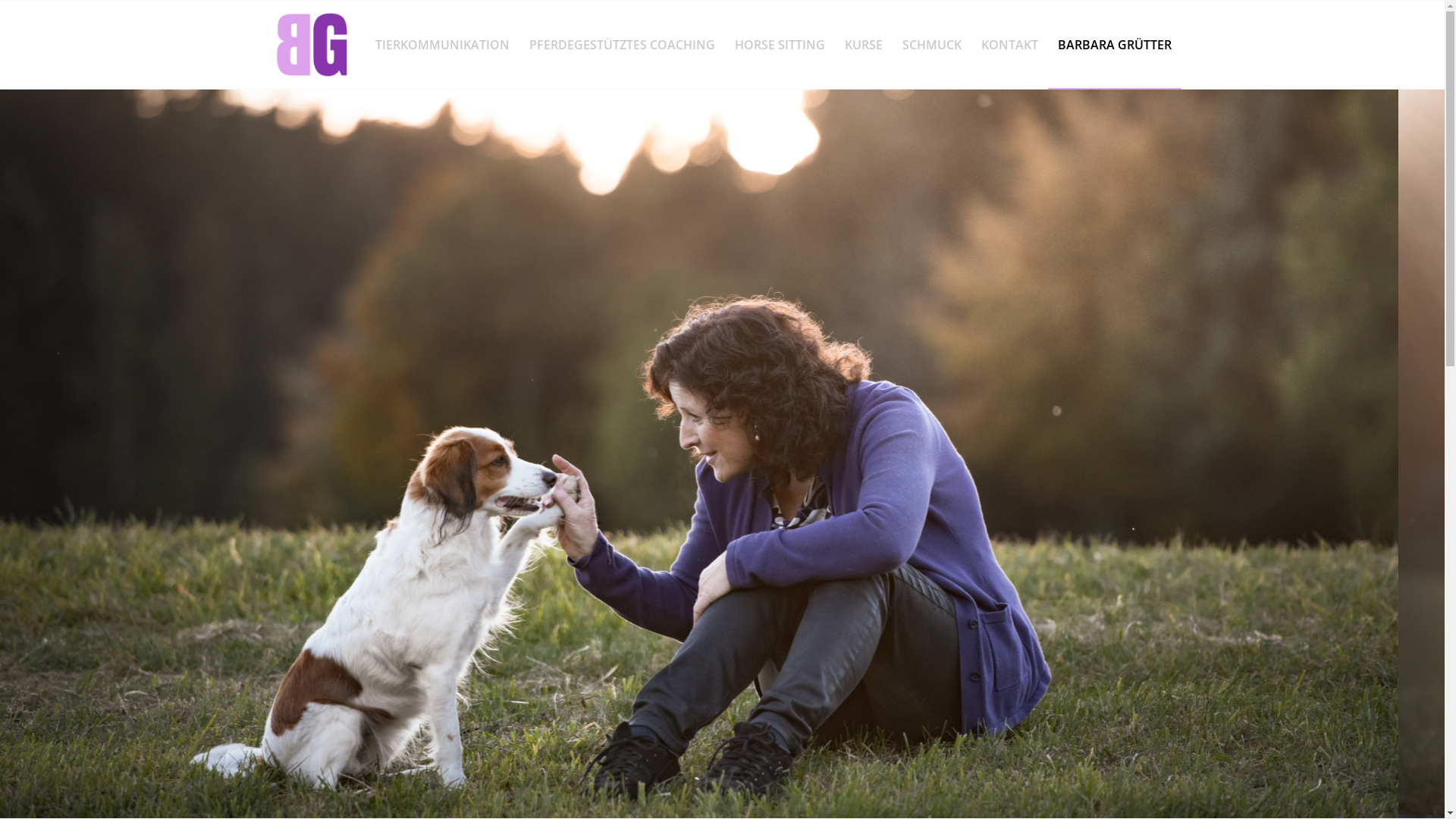 This screenshot has height=819, width=1456. Describe the element at coordinates (1009, 43) in the screenshot. I see `'KONTAKT'` at that location.